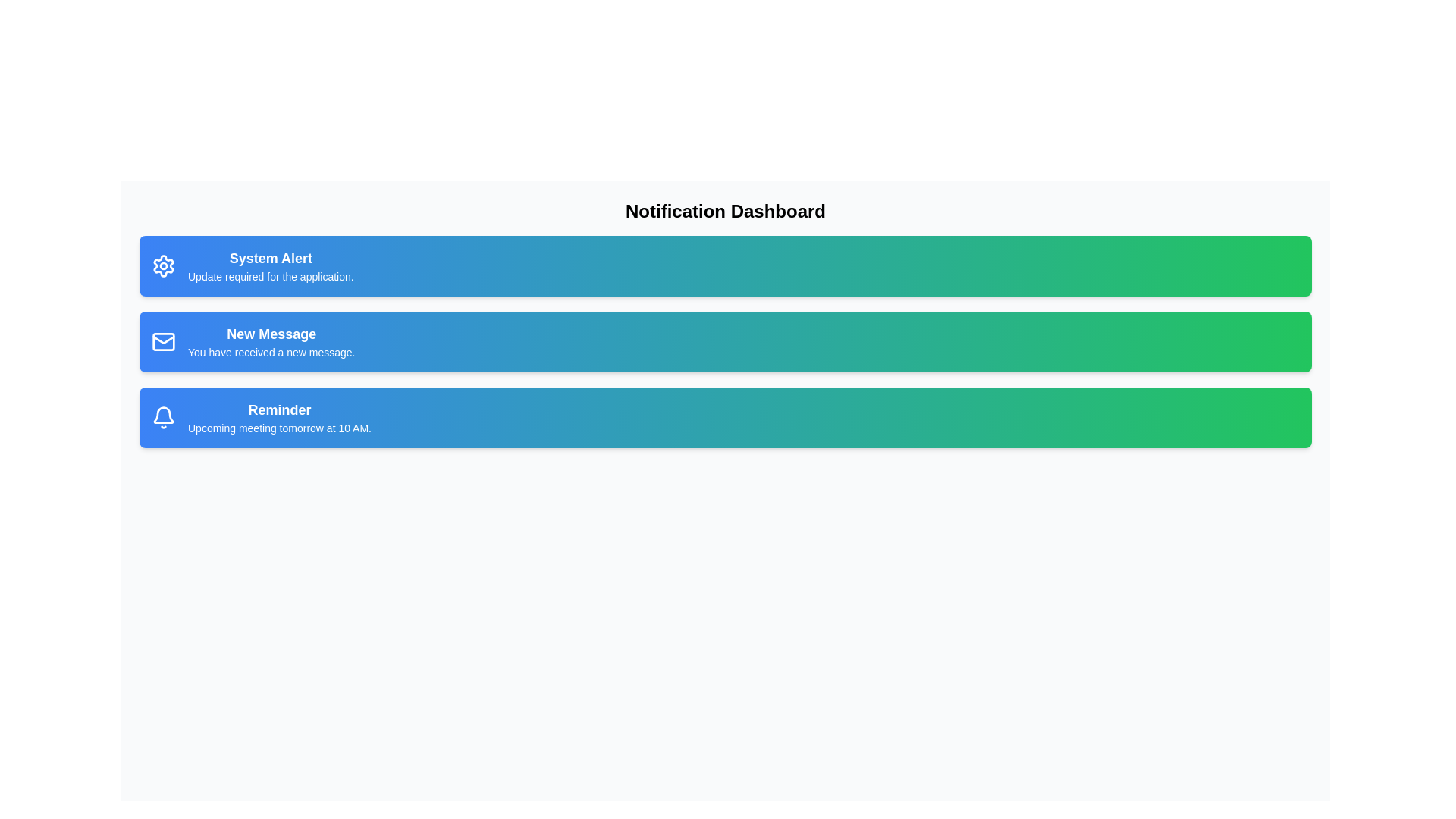 Image resolution: width=1456 pixels, height=819 pixels. Describe the element at coordinates (724, 342) in the screenshot. I see `the notification card corresponding to New Message` at that location.